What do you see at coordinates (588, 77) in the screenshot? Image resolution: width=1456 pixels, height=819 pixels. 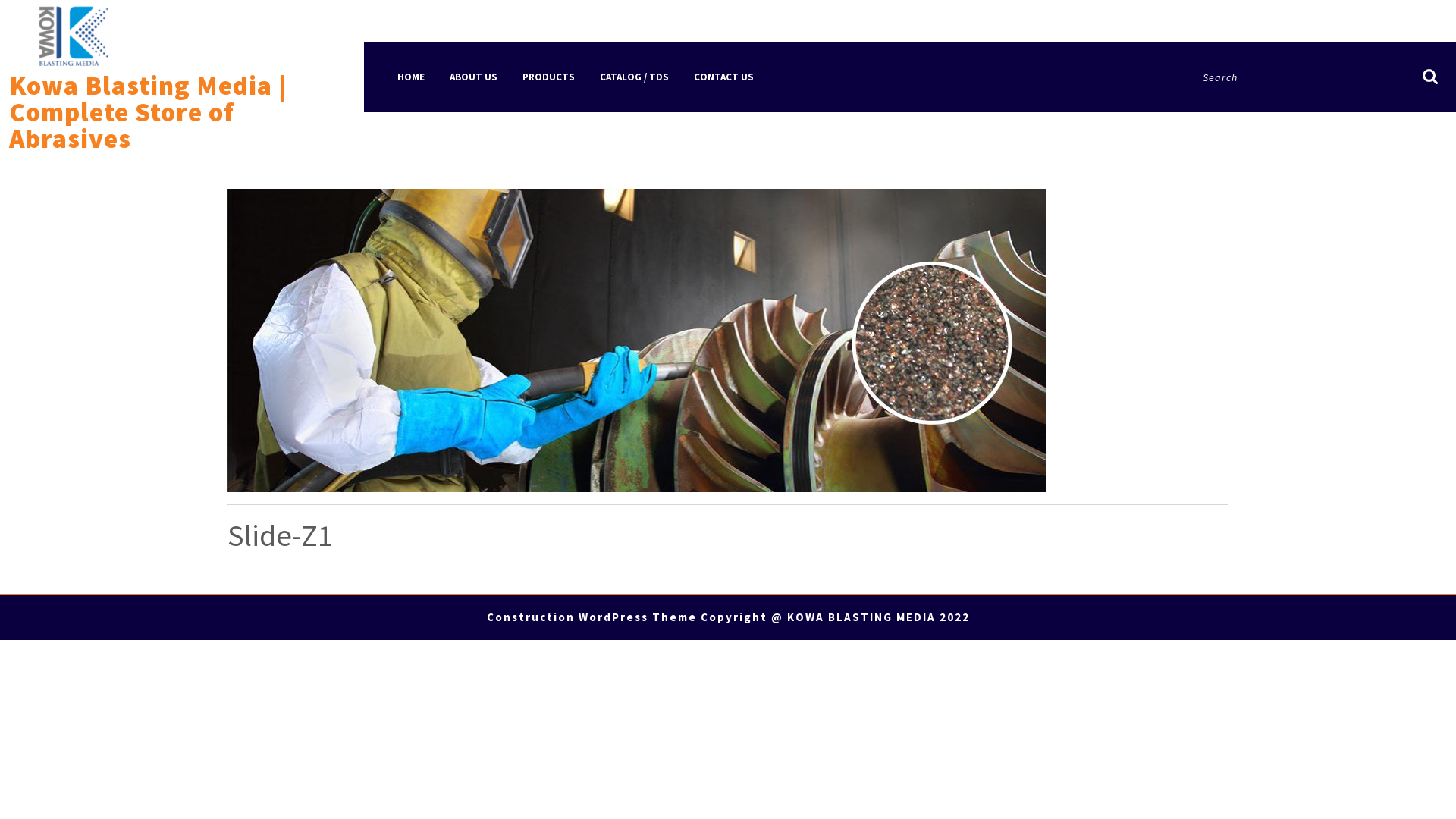 I see `'CATALOG / TDS'` at bounding box center [588, 77].